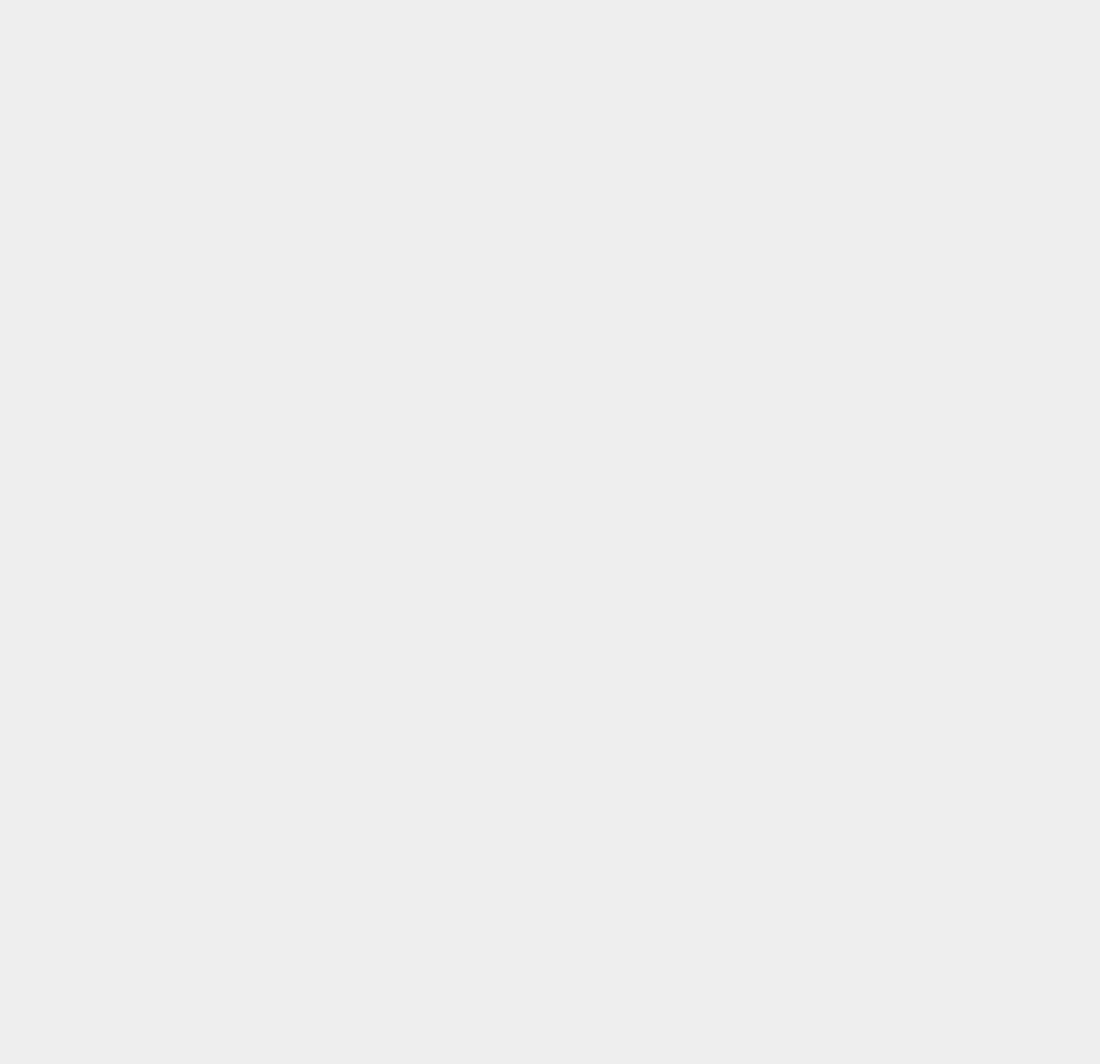 This screenshot has height=1064, width=1100. Describe the element at coordinates (798, 571) in the screenshot. I see `'Swype'` at that location.